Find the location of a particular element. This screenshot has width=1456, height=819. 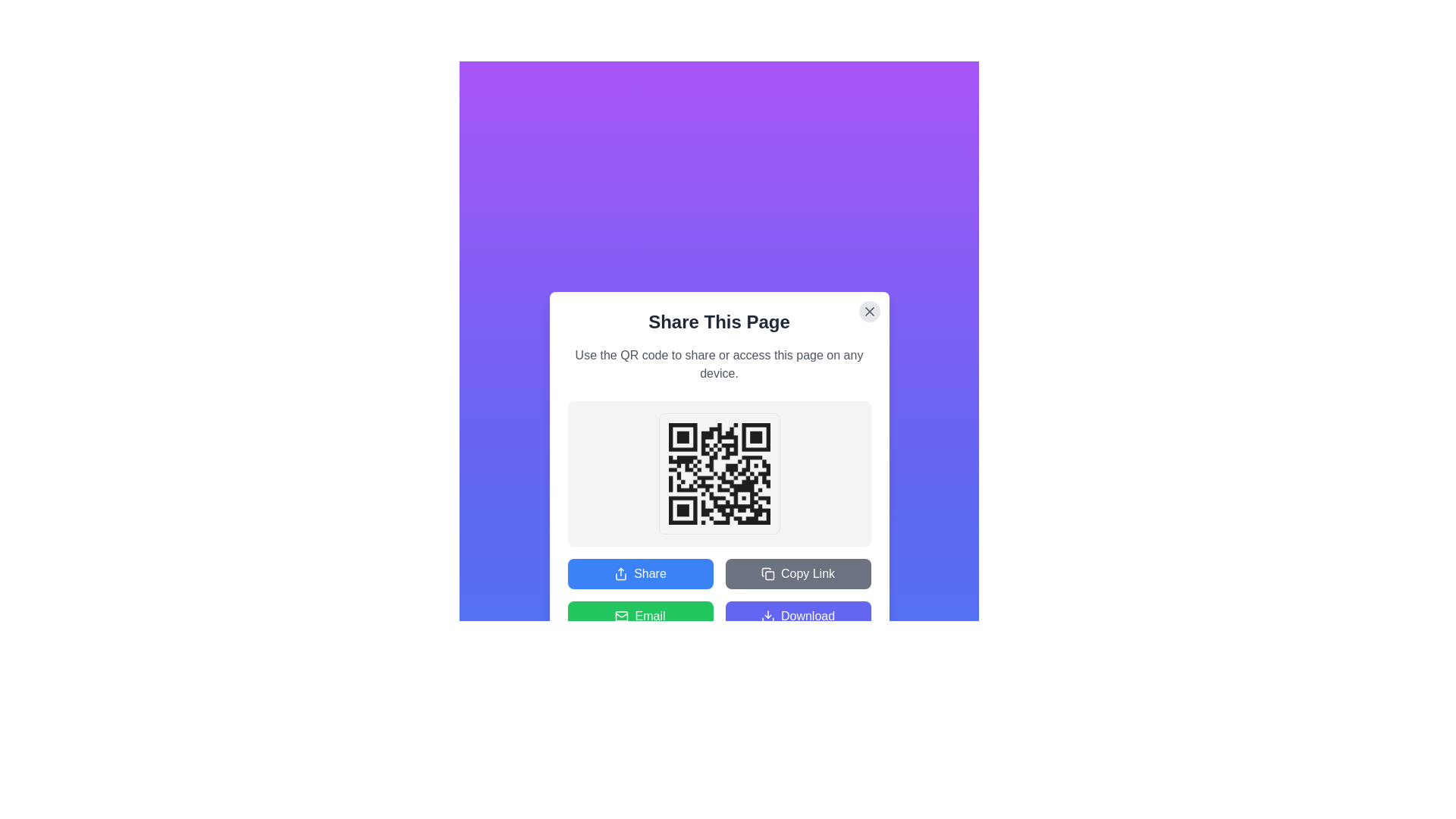

information displayed in the text block that says 'Use the QR code to share or access this page on any device.' This text is styled with a smaller font and grayish tone, located beneath the heading 'Share This Page' in the modal box is located at coordinates (718, 365).